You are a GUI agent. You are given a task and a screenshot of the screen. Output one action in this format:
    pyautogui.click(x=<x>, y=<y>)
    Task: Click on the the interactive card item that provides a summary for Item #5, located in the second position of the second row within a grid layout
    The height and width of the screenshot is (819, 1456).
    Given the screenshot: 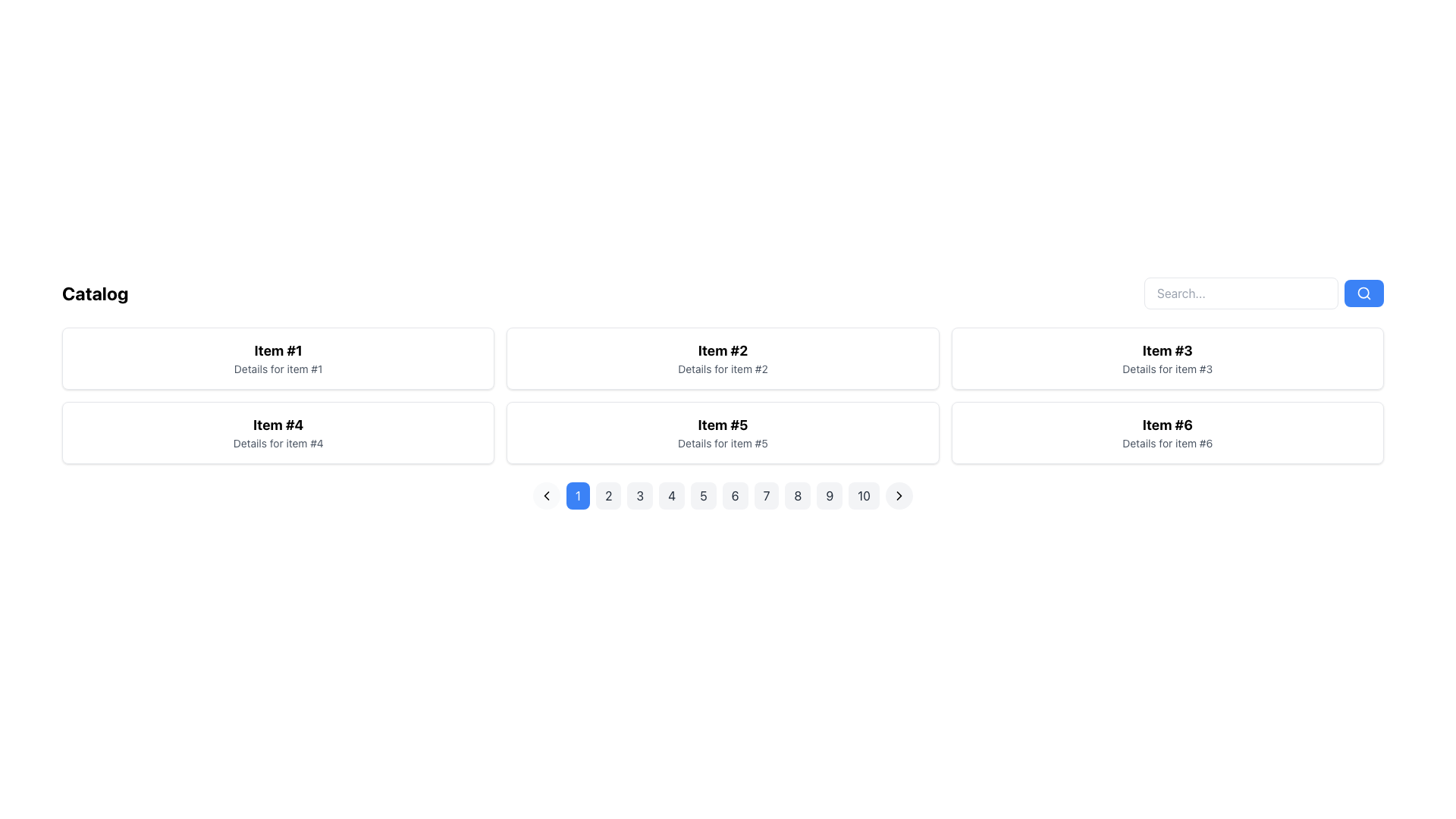 What is the action you would take?
    pyautogui.click(x=722, y=432)
    